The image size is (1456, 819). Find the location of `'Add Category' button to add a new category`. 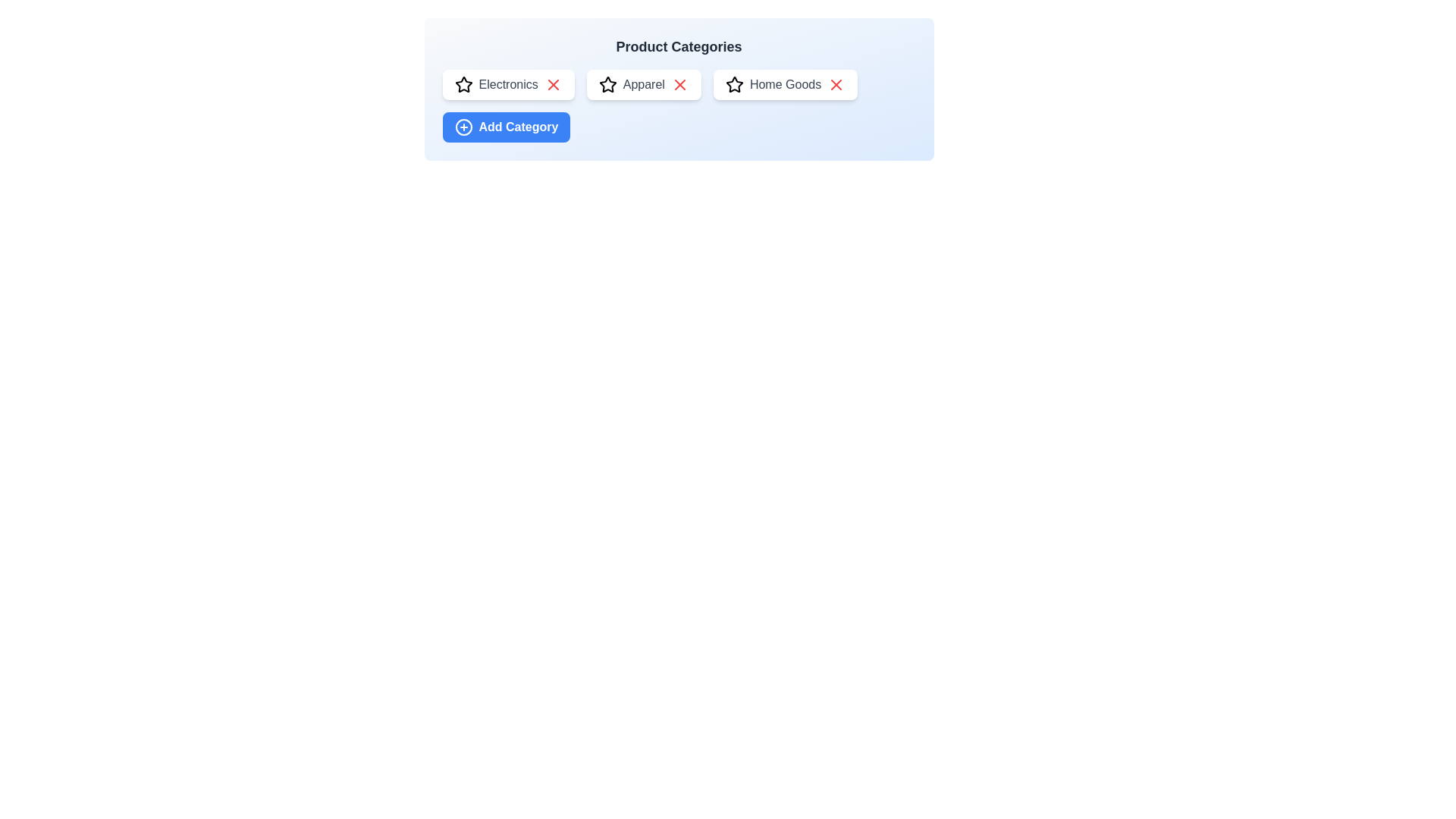

'Add Category' button to add a new category is located at coordinates (506, 127).